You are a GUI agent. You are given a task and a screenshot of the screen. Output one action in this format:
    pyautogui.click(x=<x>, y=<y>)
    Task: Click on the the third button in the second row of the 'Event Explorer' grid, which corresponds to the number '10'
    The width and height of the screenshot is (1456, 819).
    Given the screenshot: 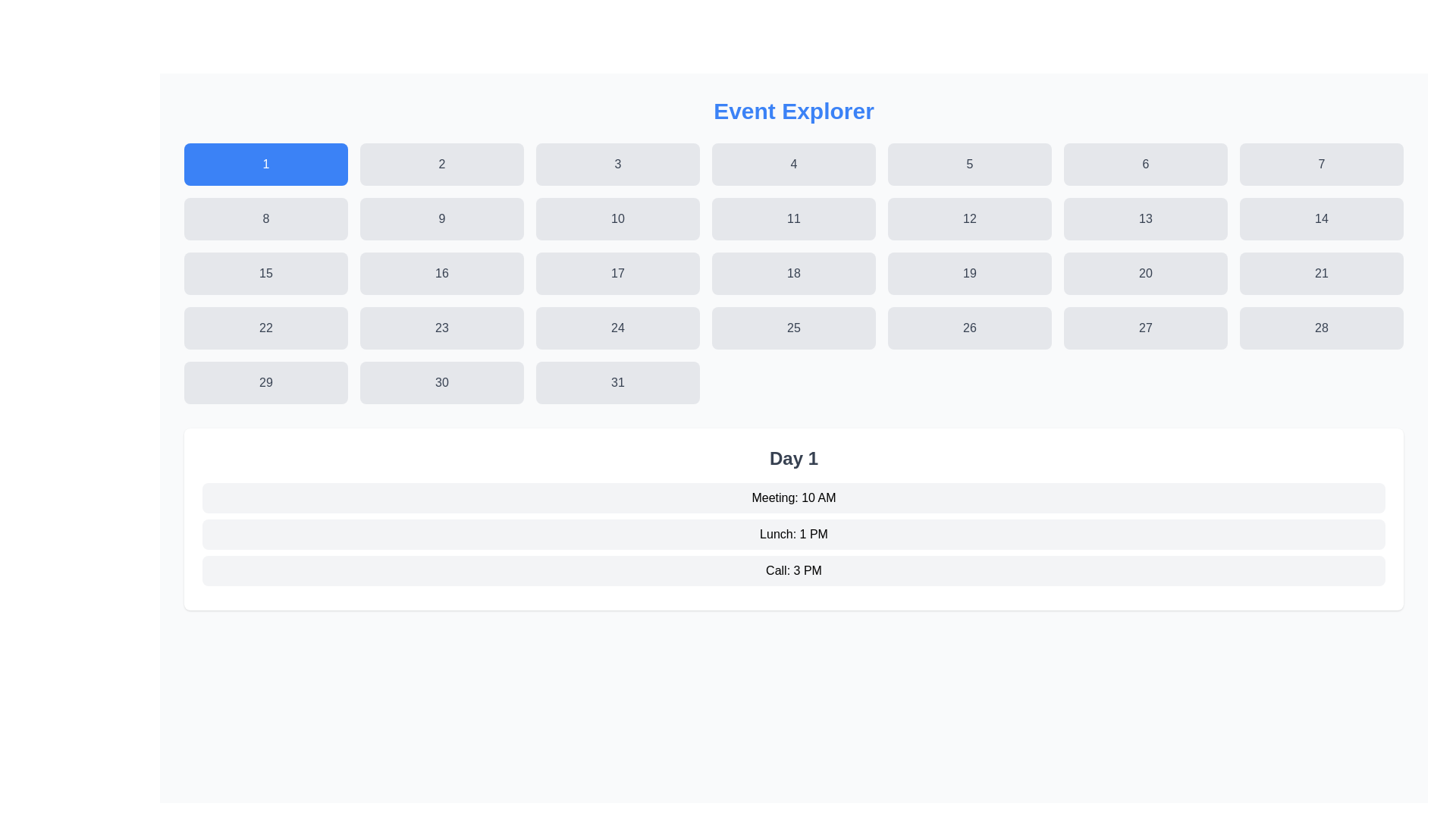 What is the action you would take?
    pyautogui.click(x=618, y=219)
    